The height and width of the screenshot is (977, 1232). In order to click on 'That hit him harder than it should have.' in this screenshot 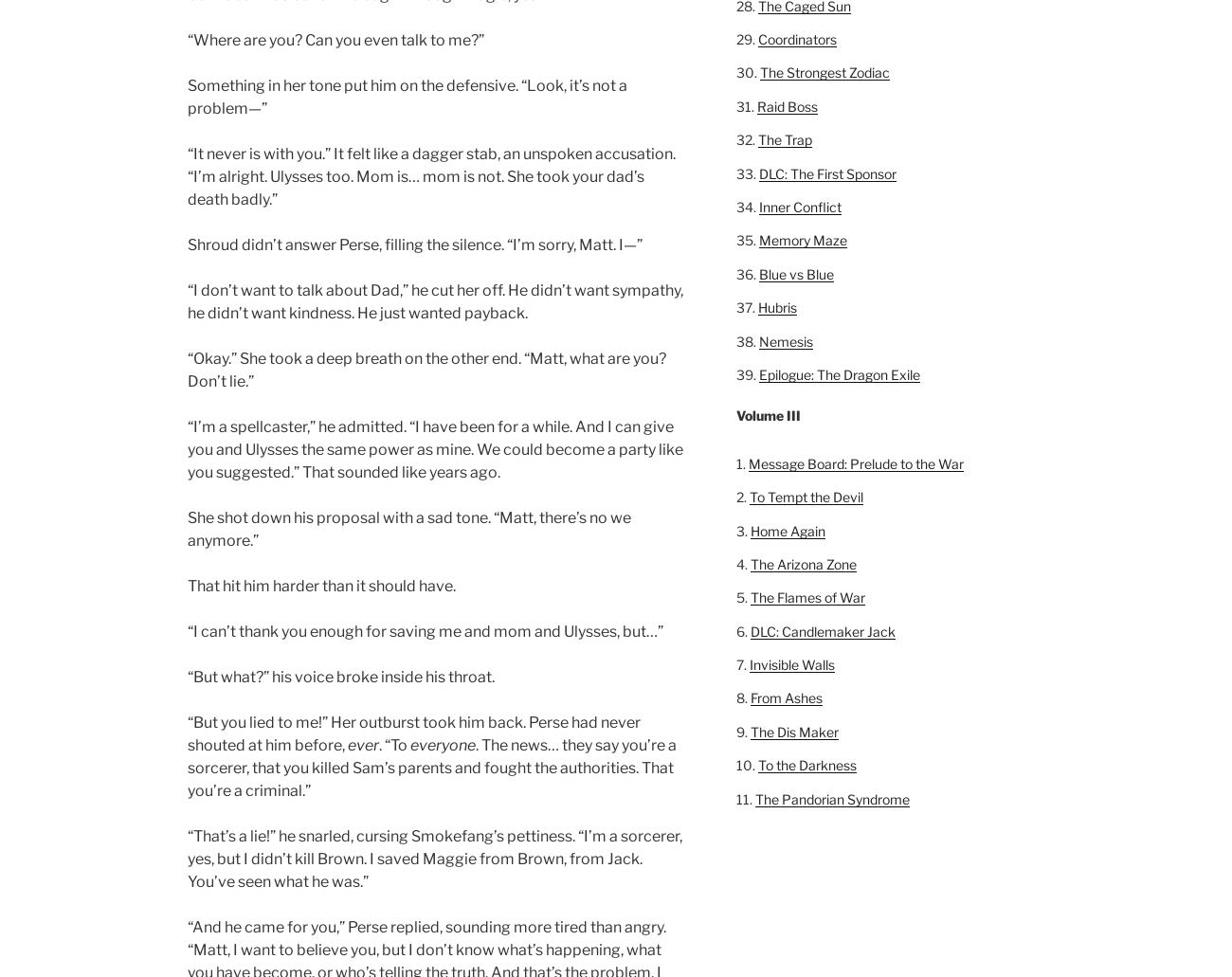, I will do `click(320, 585)`.